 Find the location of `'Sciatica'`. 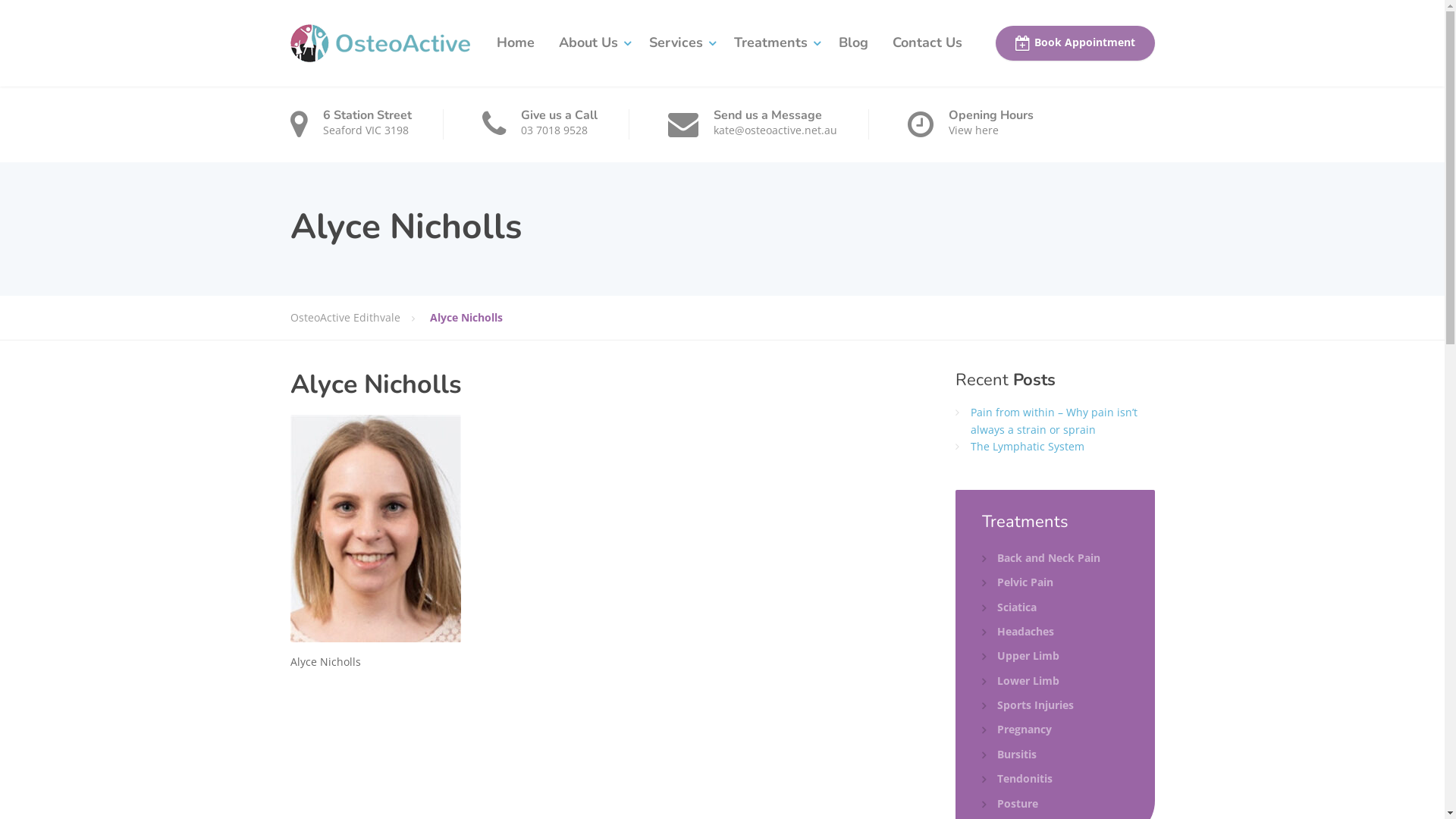

'Sciatica' is located at coordinates (982, 607).